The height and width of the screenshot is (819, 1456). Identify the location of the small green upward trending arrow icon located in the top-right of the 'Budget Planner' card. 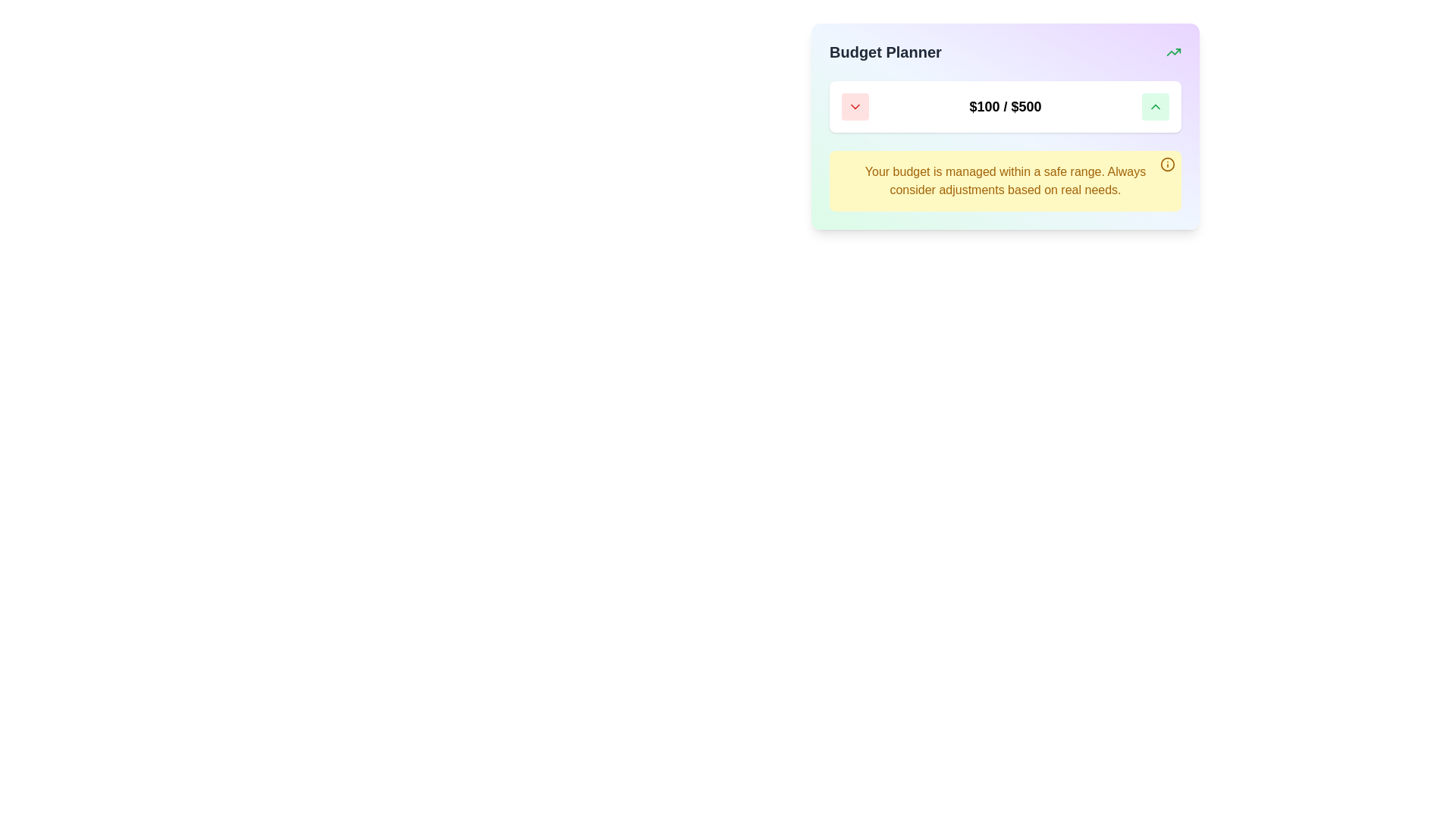
(1173, 52).